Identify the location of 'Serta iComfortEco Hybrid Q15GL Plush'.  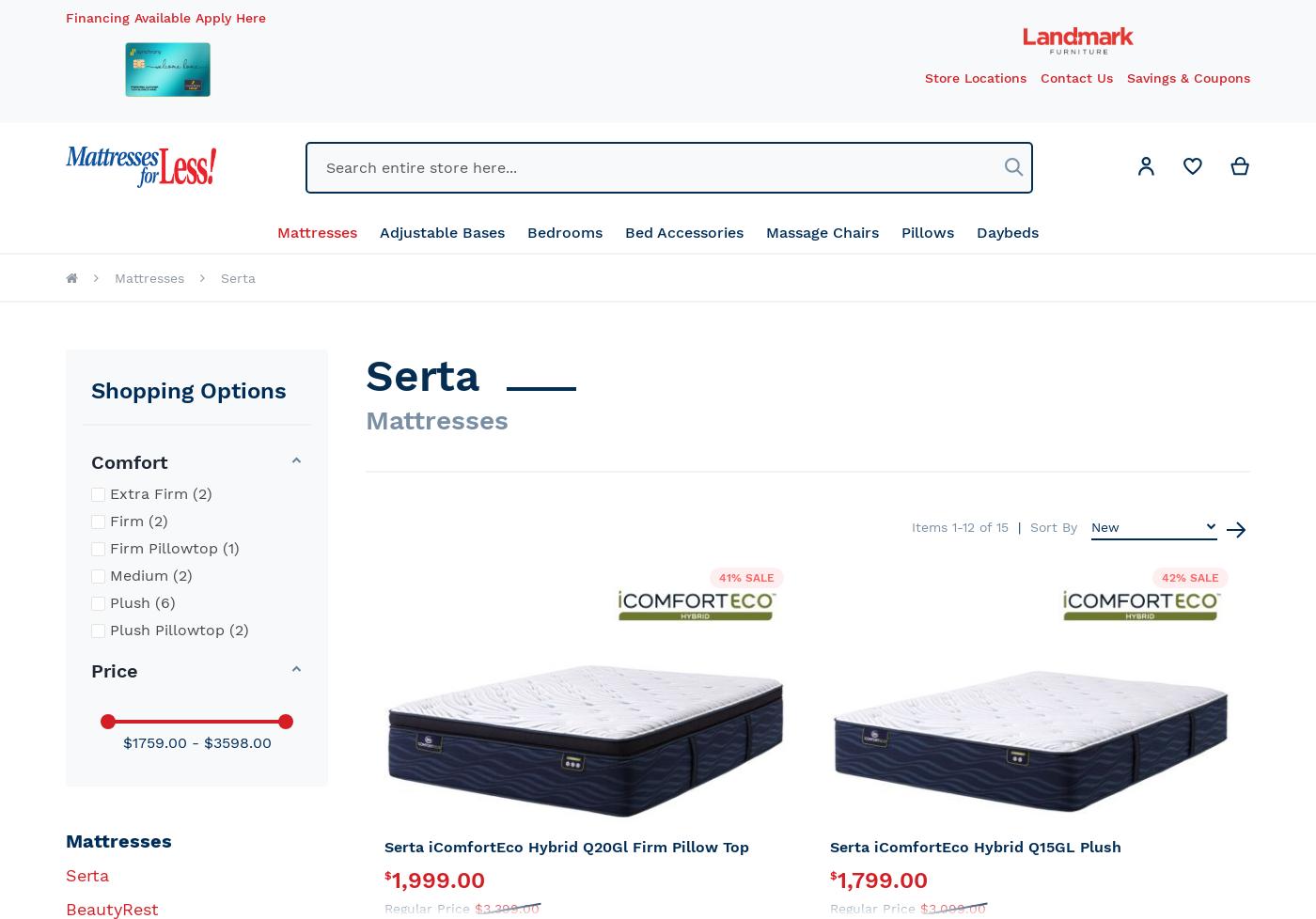
(974, 846).